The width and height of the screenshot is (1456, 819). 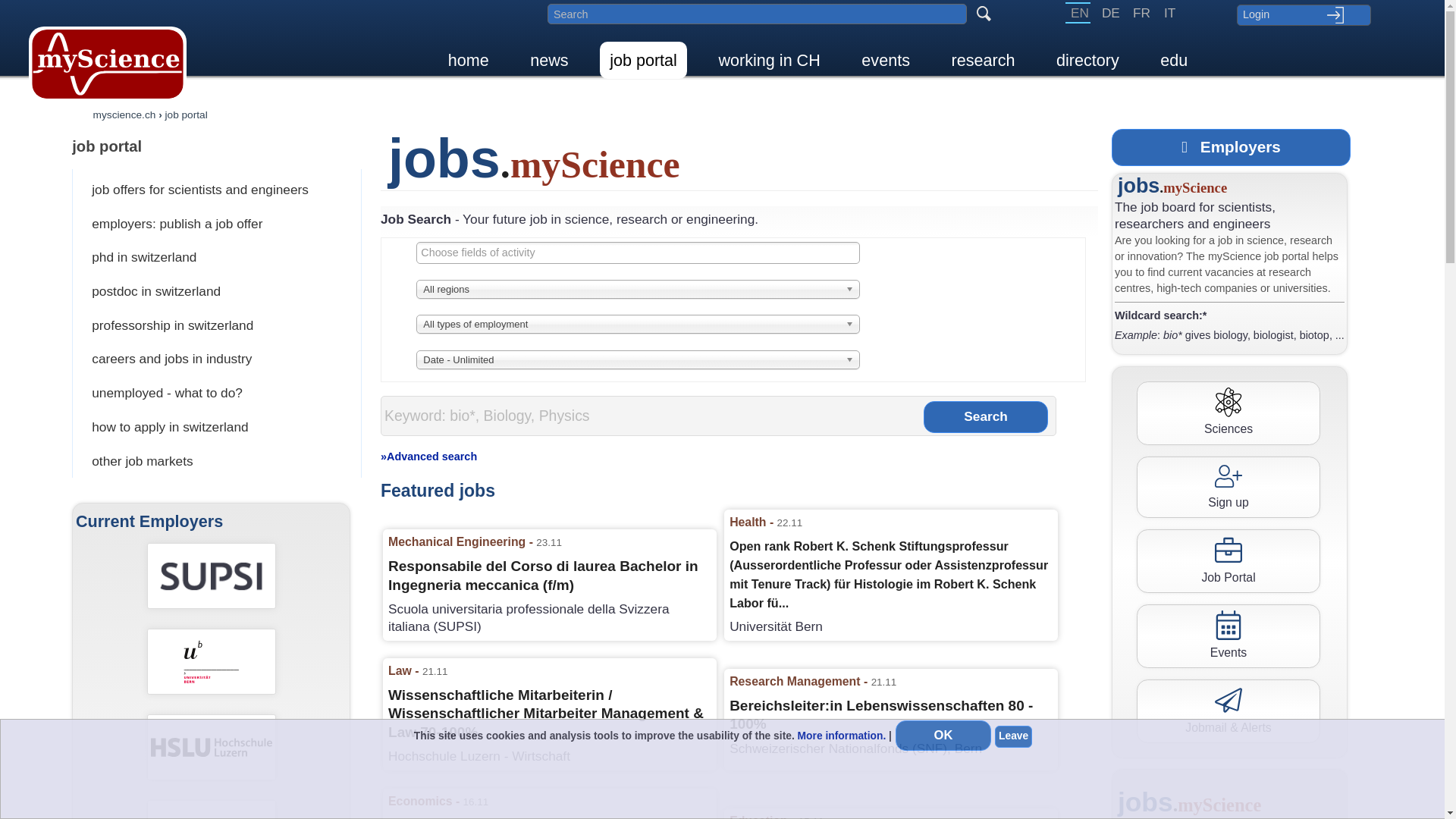 I want to click on 'edu', so click(x=1173, y=59).